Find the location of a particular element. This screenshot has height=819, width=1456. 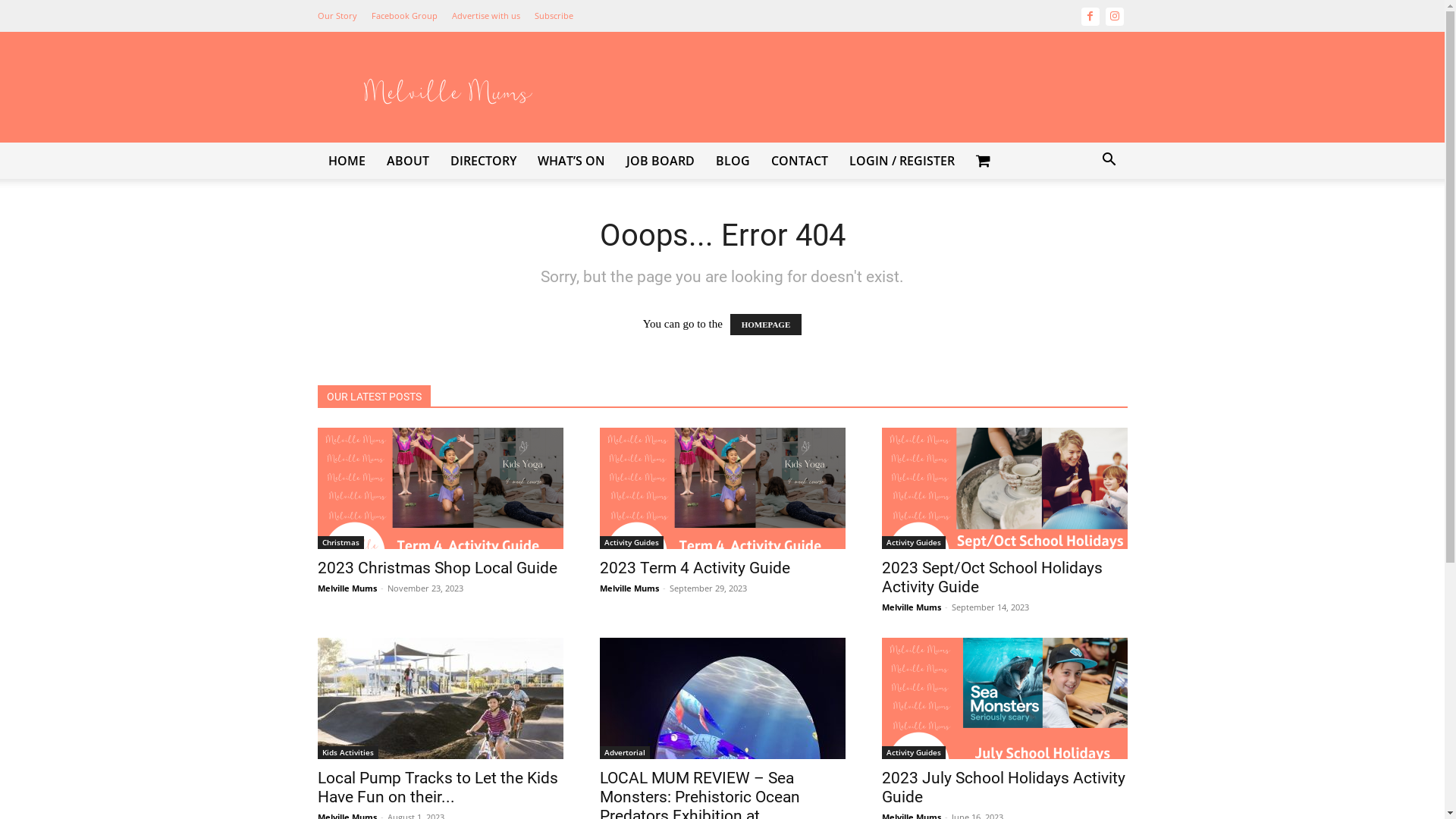

'2023 Term 4 Activity Guide' is located at coordinates (598, 567).